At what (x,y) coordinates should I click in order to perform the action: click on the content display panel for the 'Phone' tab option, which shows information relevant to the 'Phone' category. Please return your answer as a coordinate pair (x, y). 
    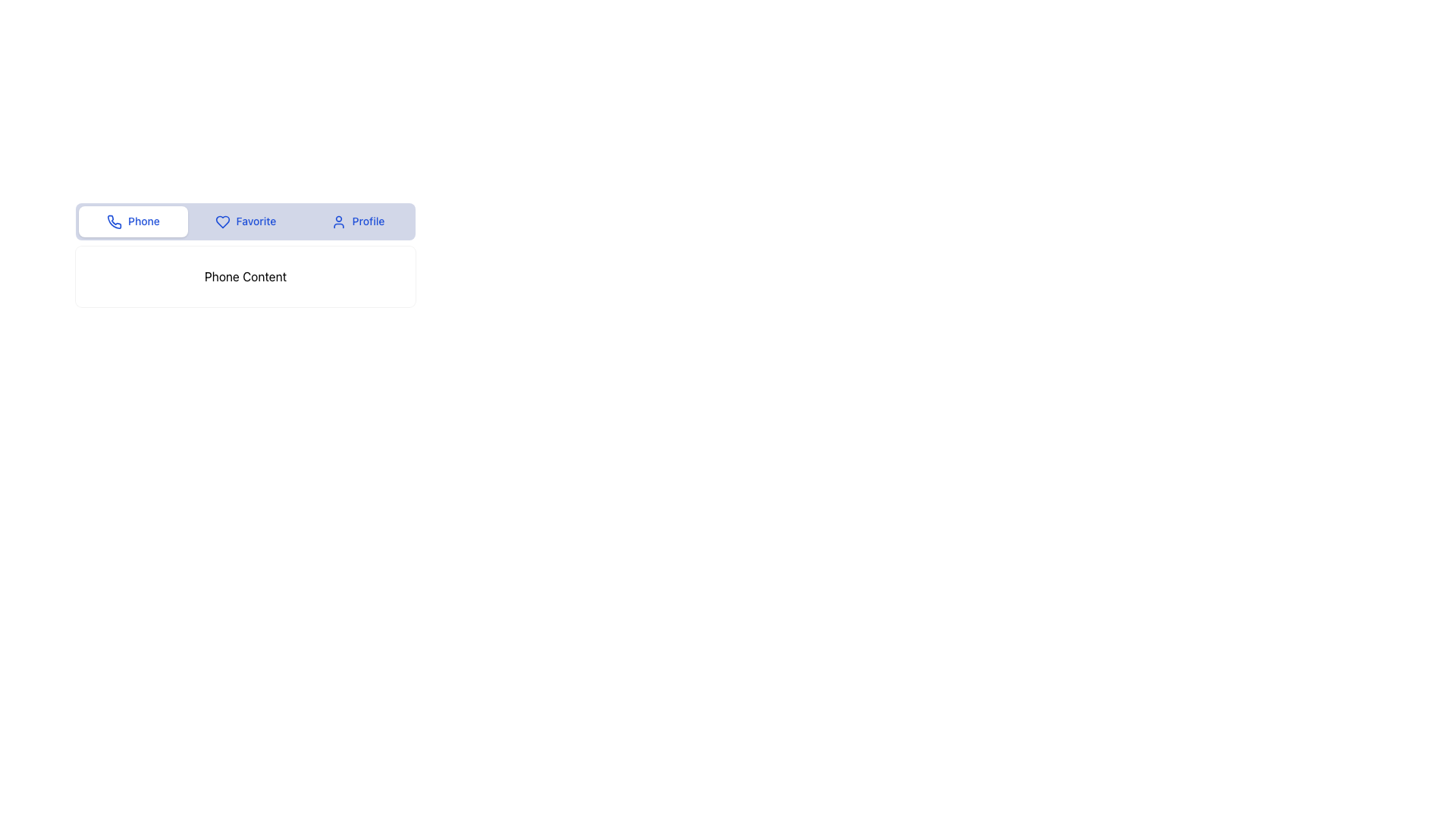
    Looking at the image, I should click on (246, 277).